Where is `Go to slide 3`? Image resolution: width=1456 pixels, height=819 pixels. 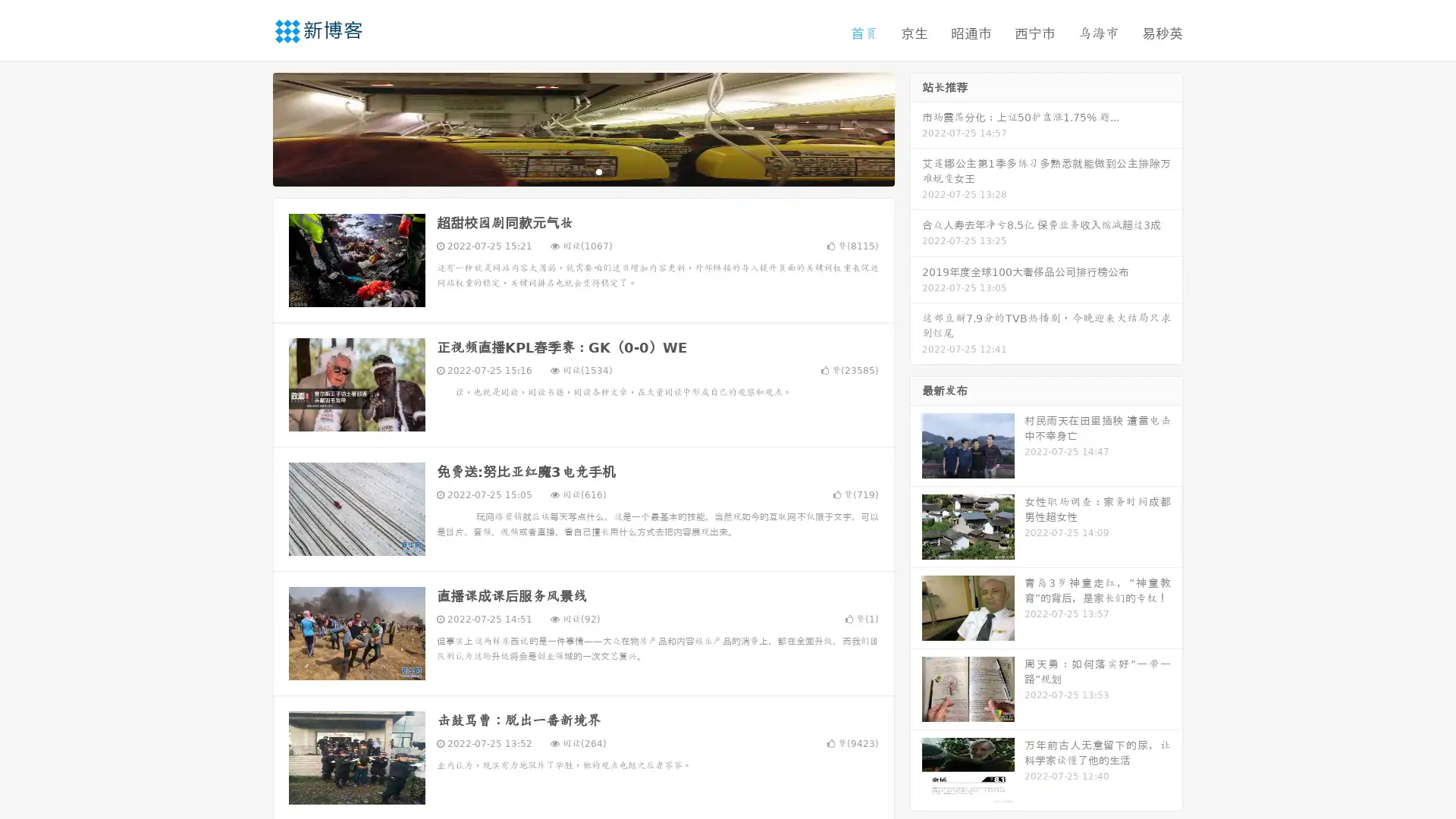
Go to slide 3 is located at coordinates (598, 171).